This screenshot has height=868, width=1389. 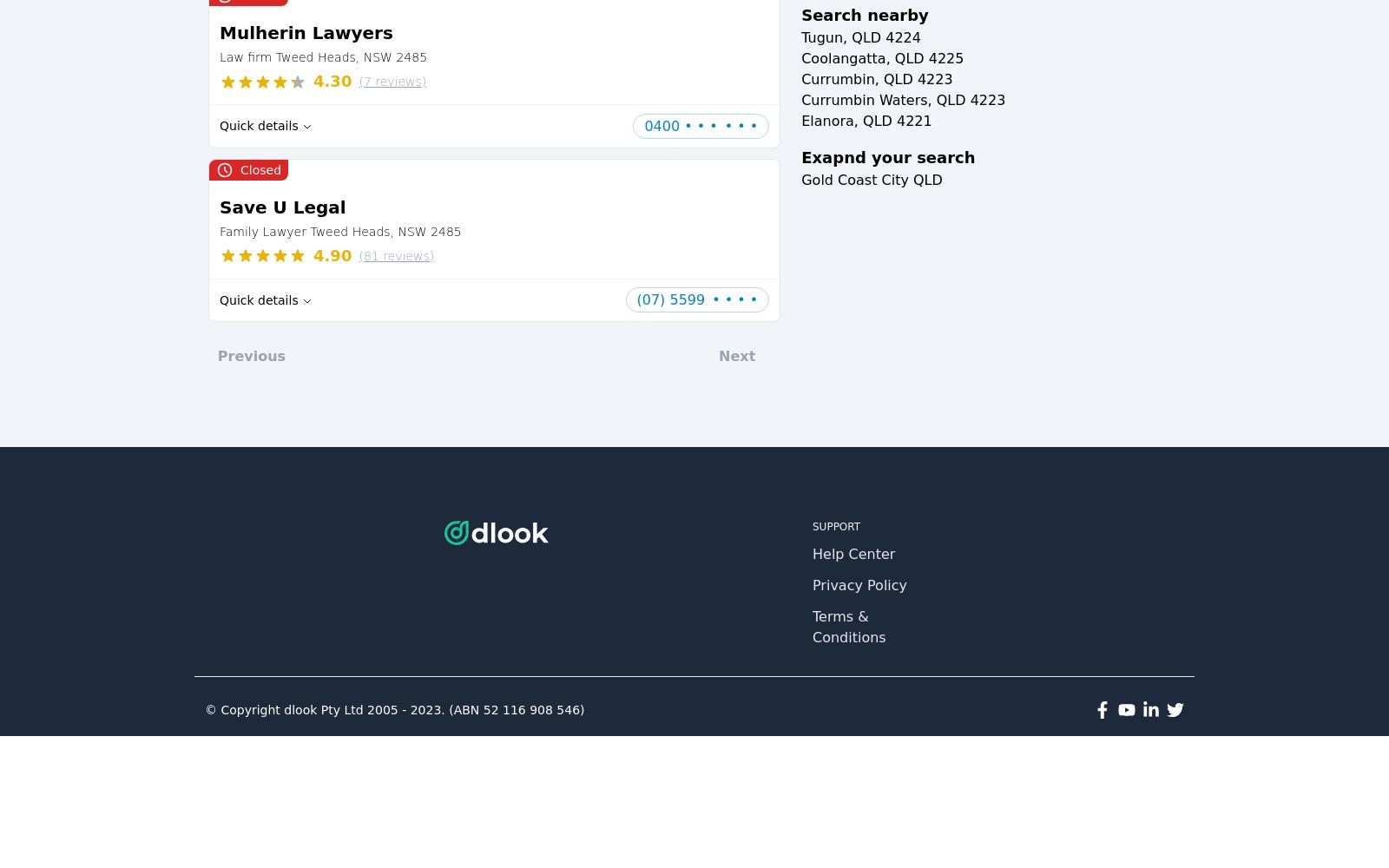 I want to click on '81', so click(x=370, y=255).